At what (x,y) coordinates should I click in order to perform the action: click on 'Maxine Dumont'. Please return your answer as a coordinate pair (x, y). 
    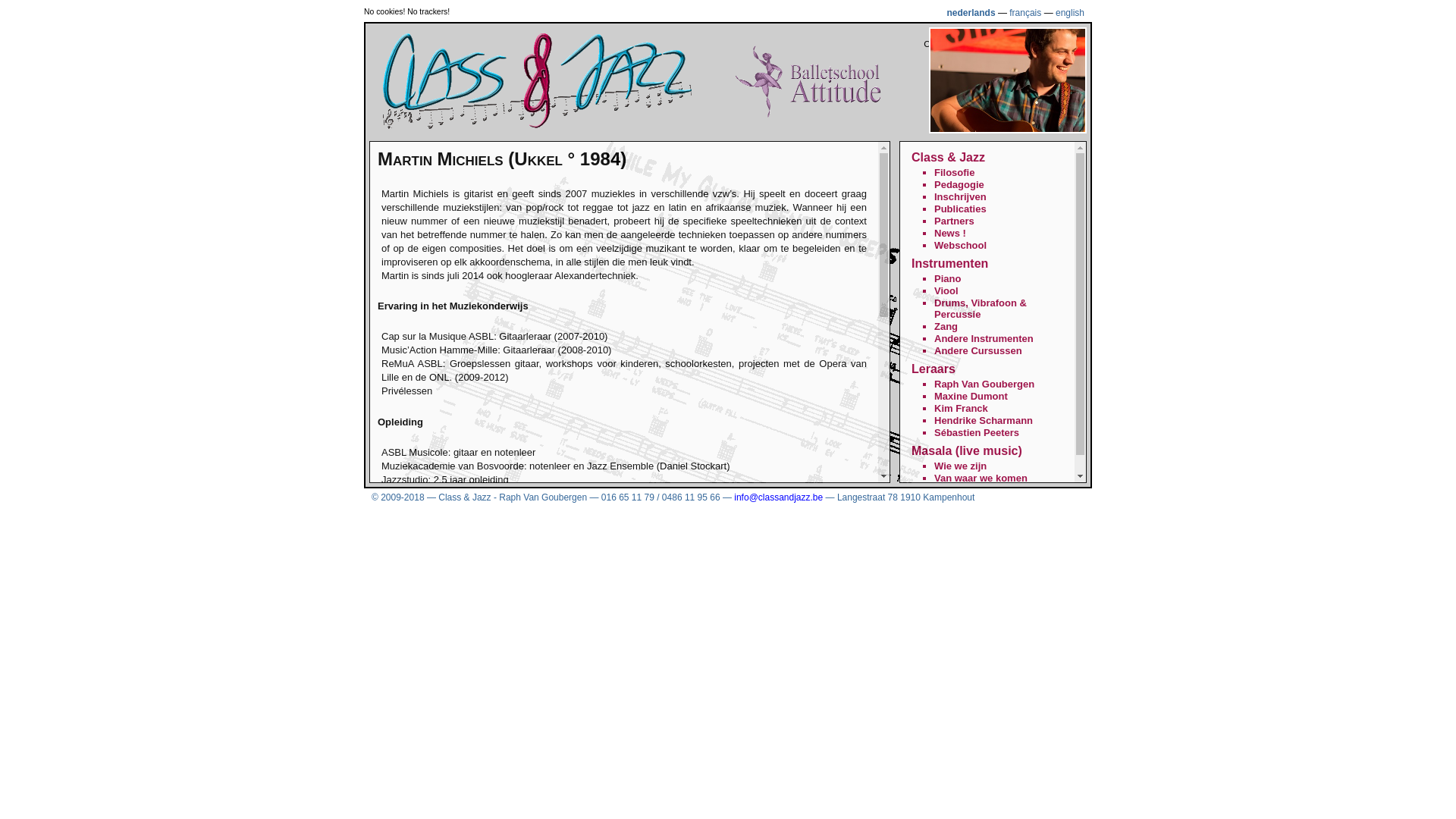
    Looking at the image, I should click on (971, 395).